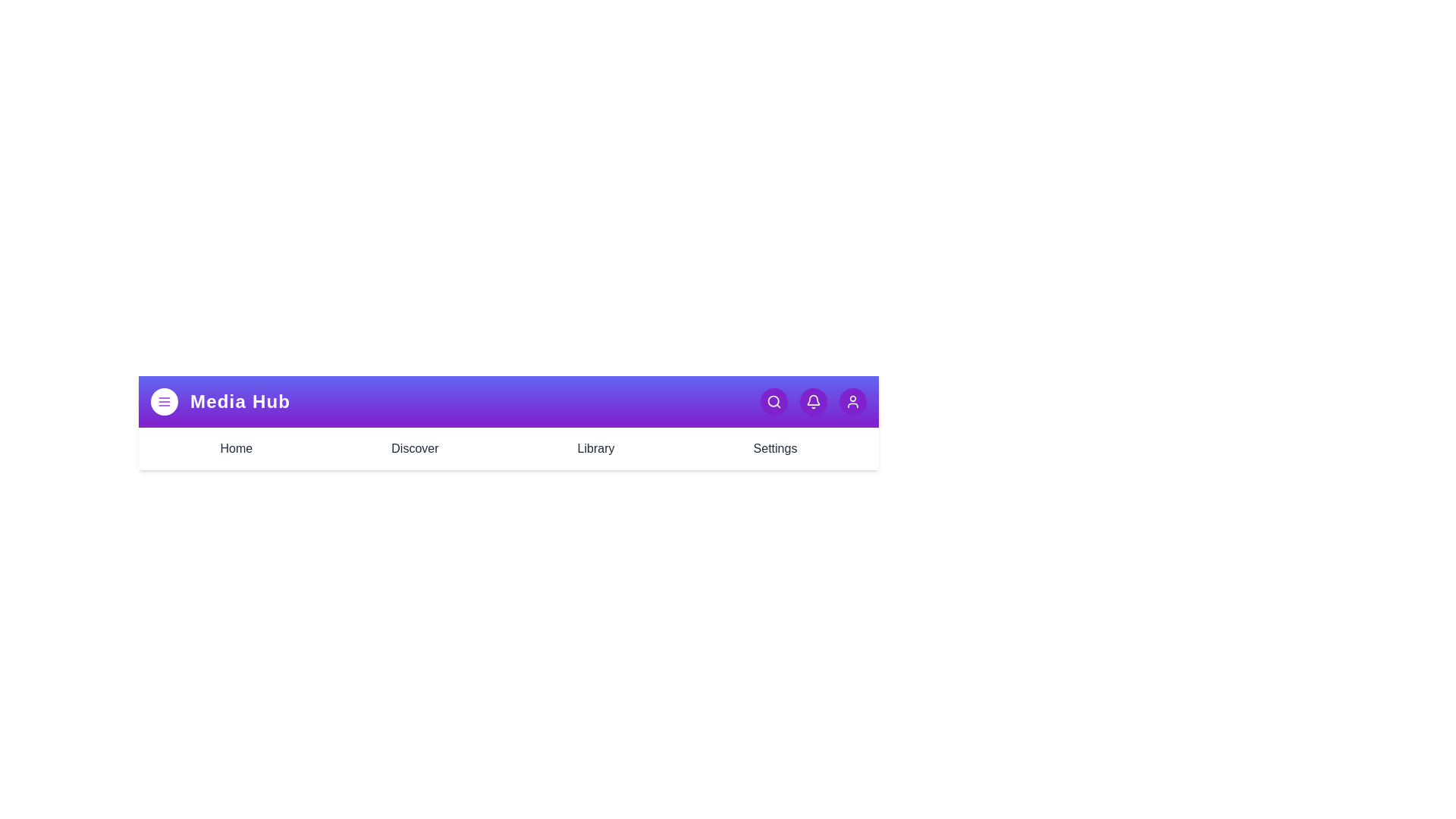 This screenshot has height=819, width=1456. Describe the element at coordinates (415, 447) in the screenshot. I see `the Discover tab to navigate to the respective section` at that location.